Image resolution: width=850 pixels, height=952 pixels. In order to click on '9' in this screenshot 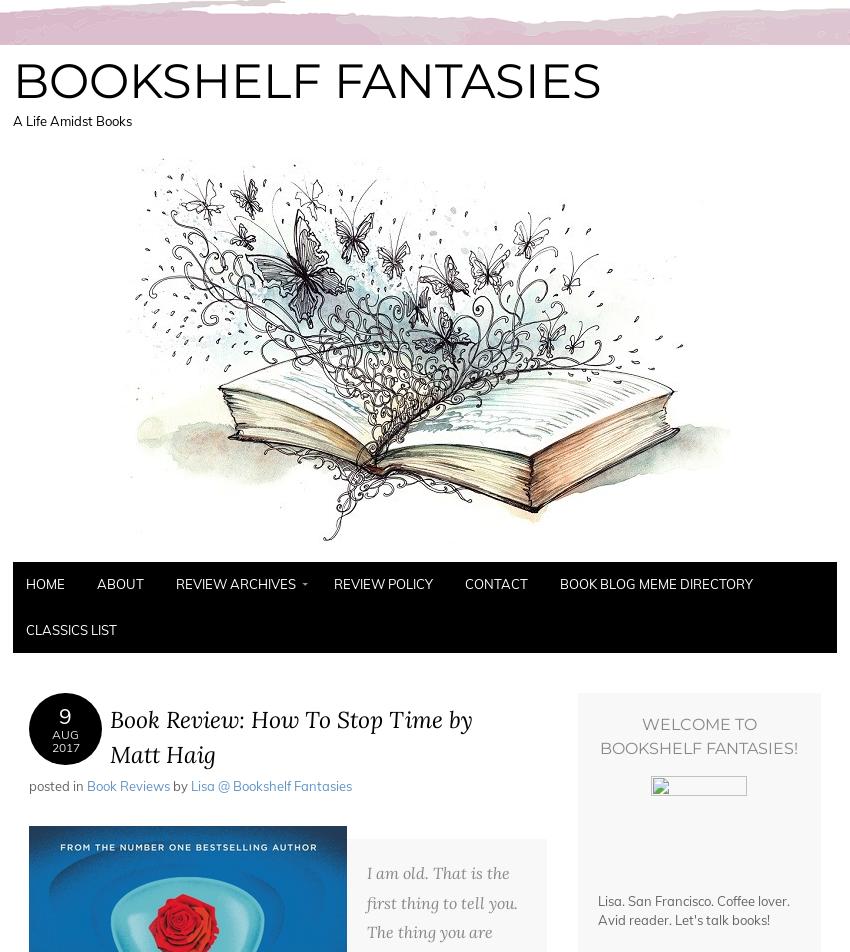, I will do `click(65, 715)`.